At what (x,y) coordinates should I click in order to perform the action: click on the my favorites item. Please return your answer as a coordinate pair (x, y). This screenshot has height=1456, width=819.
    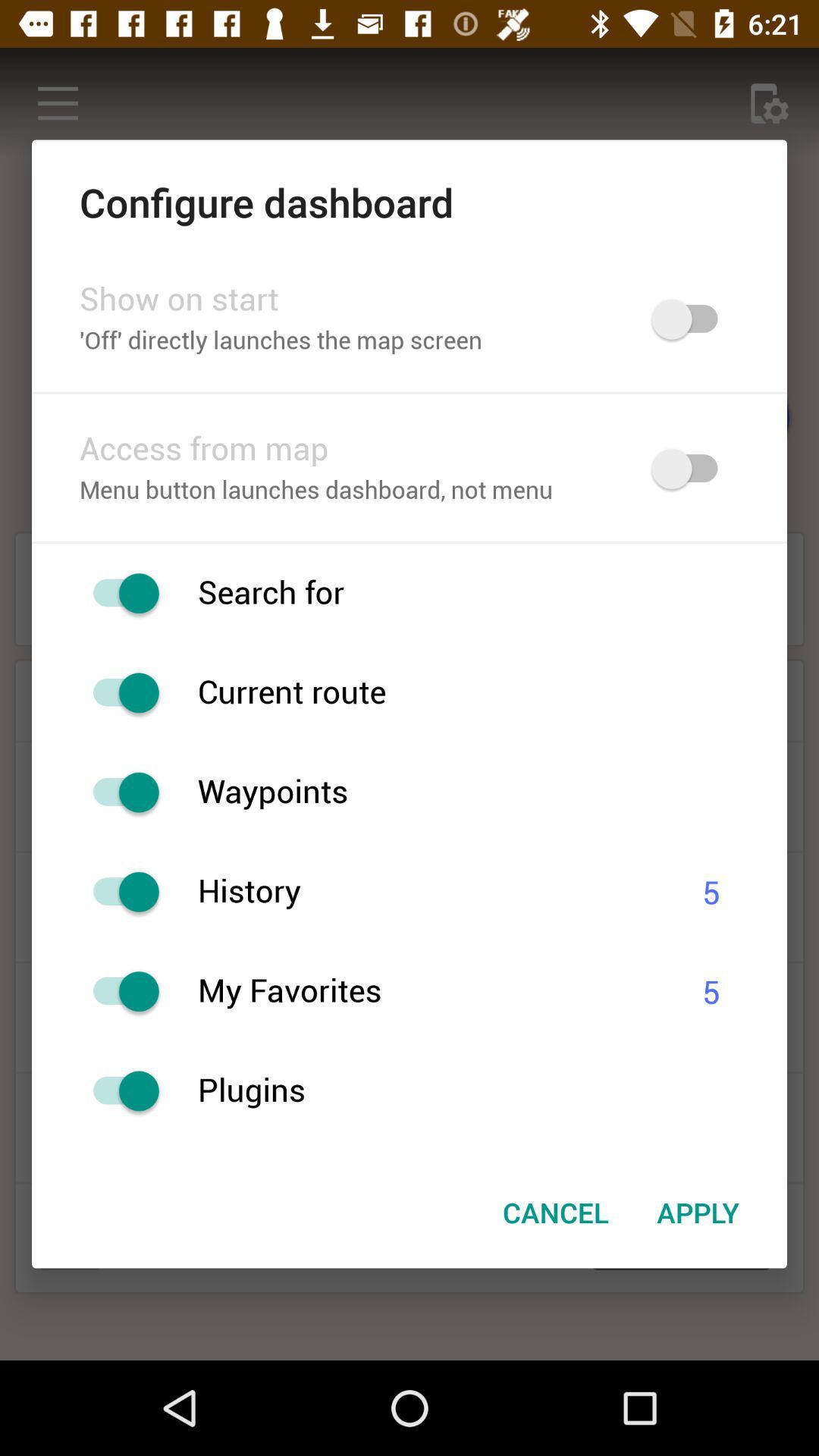
    Looking at the image, I should click on (431, 991).